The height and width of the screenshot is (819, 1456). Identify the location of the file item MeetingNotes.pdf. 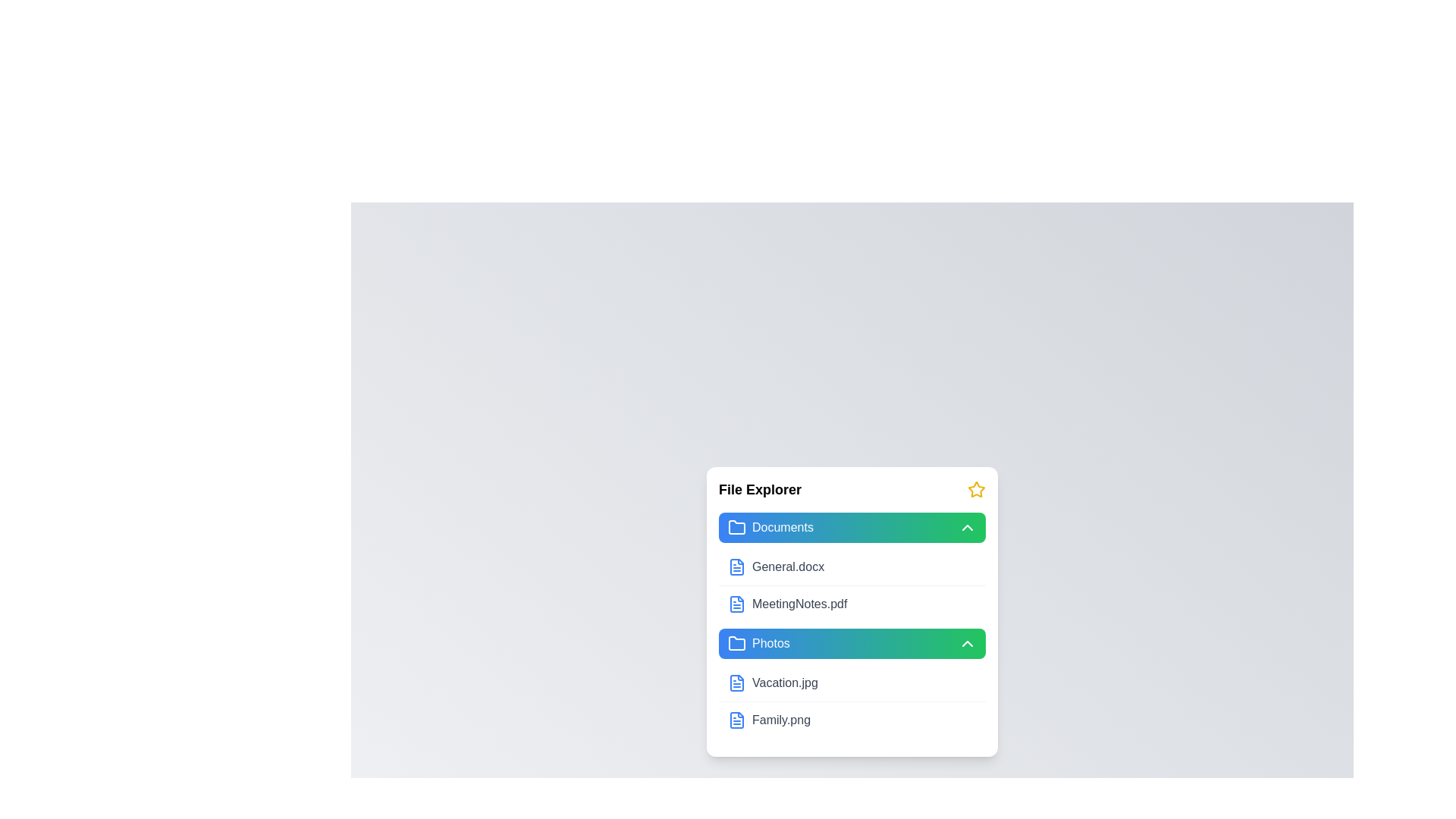
(852, 602).